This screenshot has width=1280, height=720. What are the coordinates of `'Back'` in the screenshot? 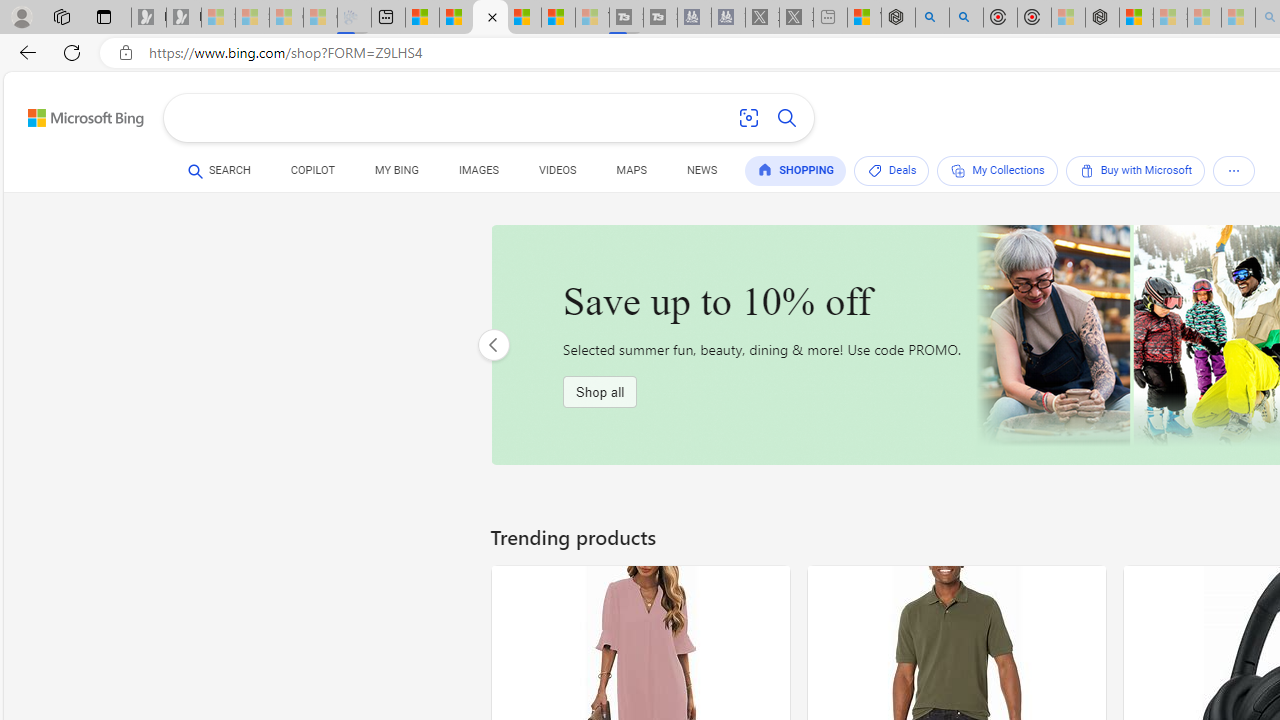 It's located at (24, 51).